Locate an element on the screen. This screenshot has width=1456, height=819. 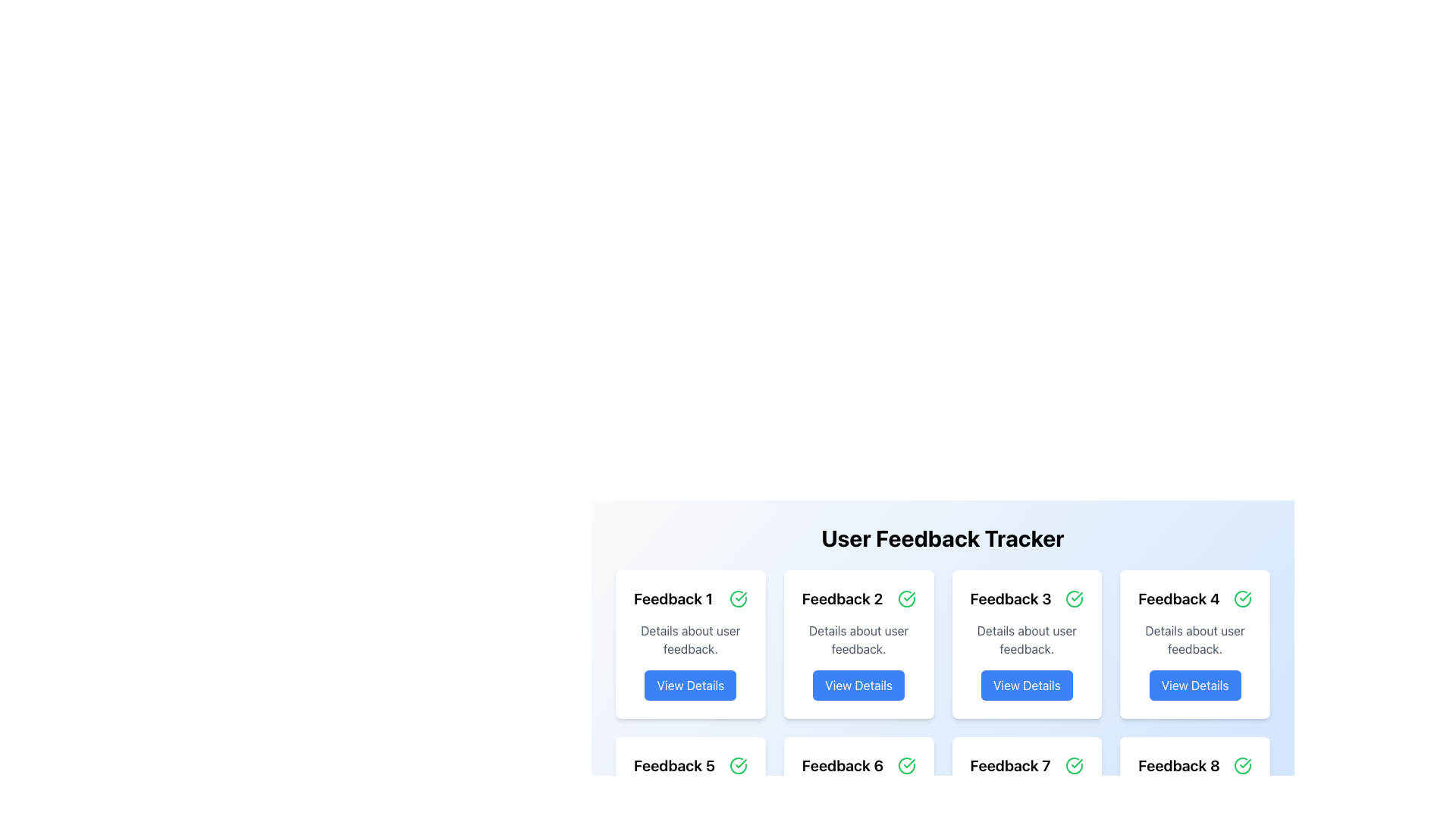
text label identifying the specific feedback entry located at the lower row of the feedback grid, directly beneath 'Feedback 1' is located at coordinates (673, 766).